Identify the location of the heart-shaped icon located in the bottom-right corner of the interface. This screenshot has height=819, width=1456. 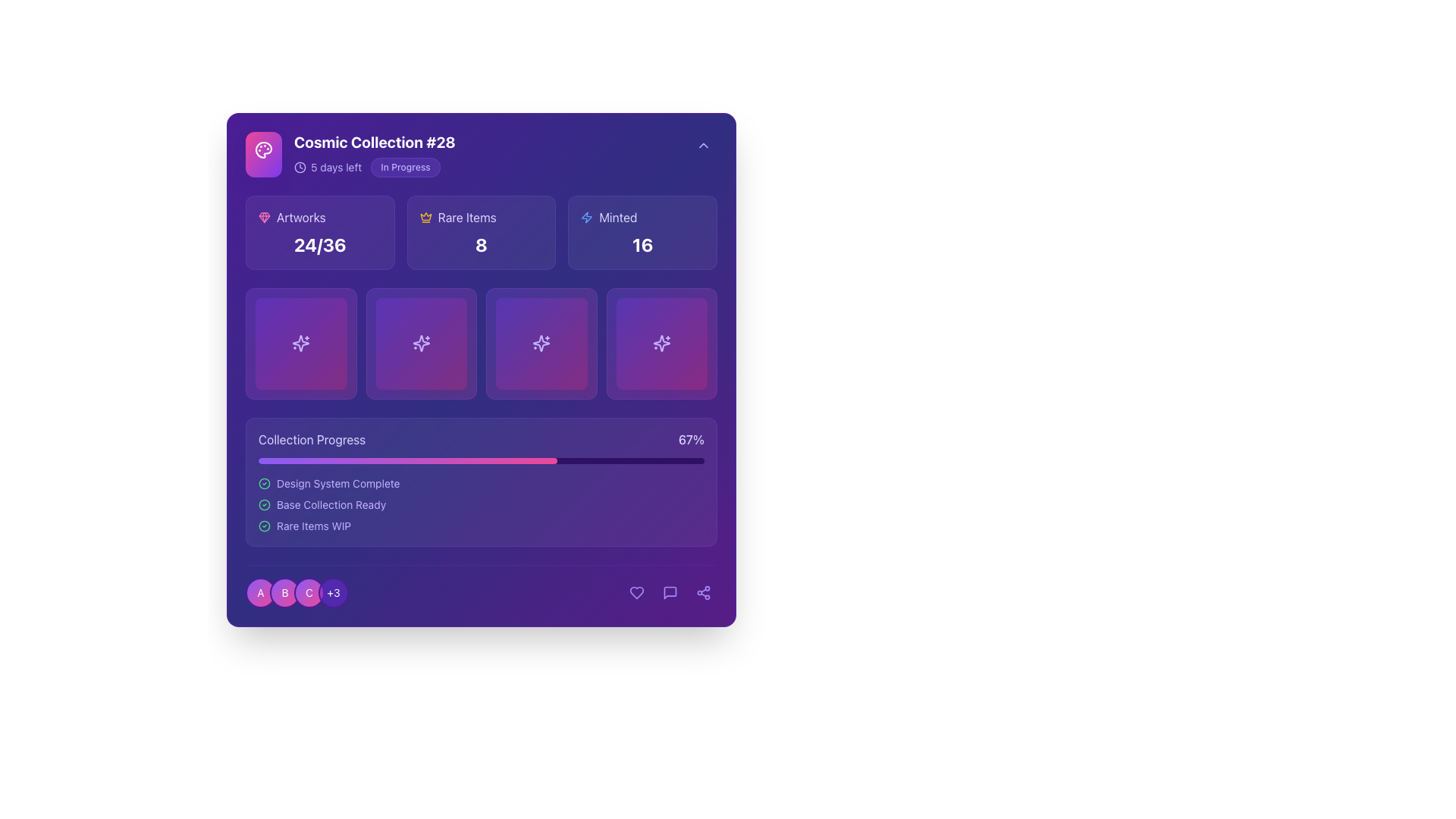
(637, 591).